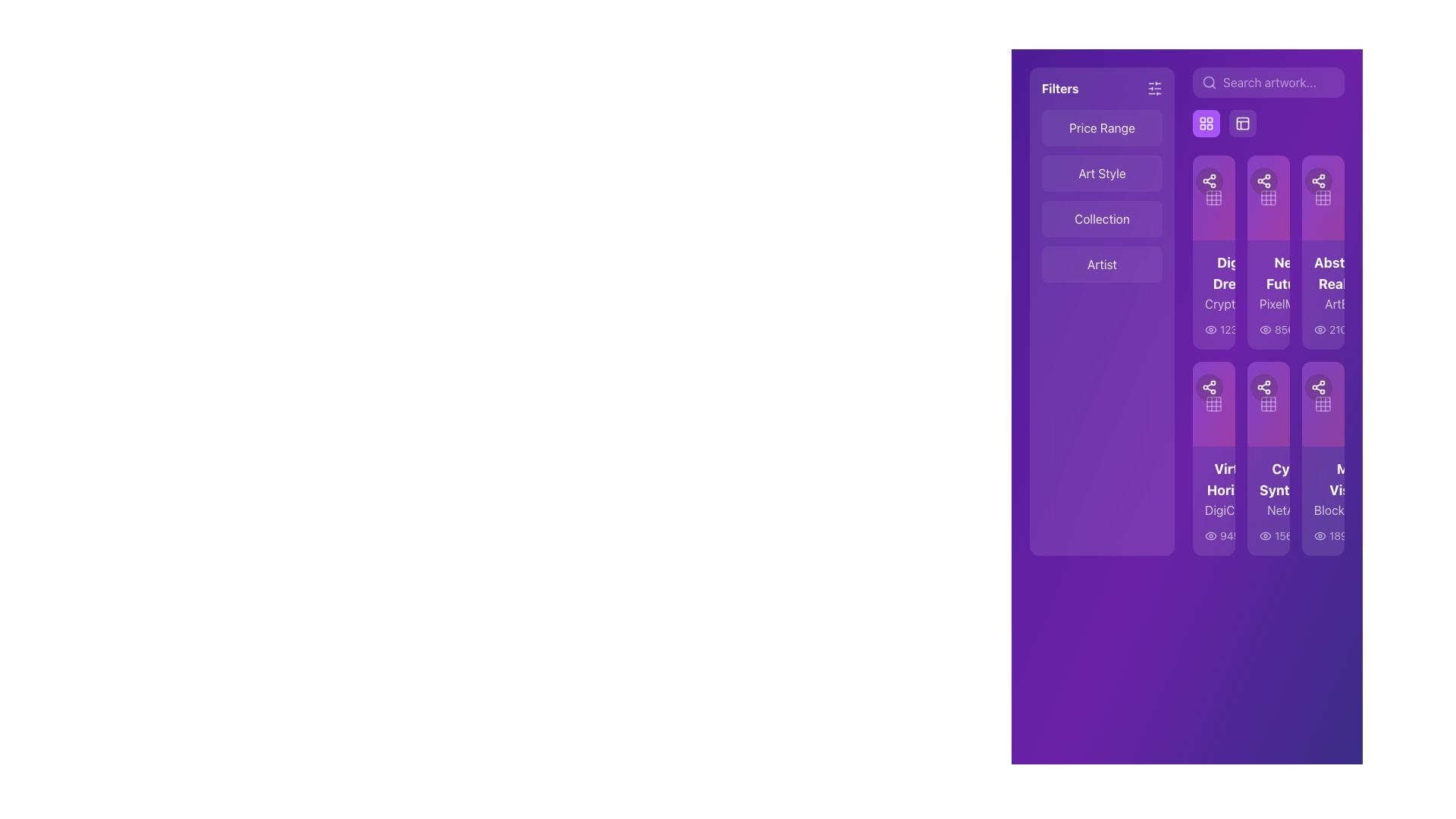  Describe the element at coordinates (1269, 488) in the screenshot. I see `the text label that serves as the main title and subtitle for the third card in the second row of the main card grid by moving the cursor to its center` at that location.